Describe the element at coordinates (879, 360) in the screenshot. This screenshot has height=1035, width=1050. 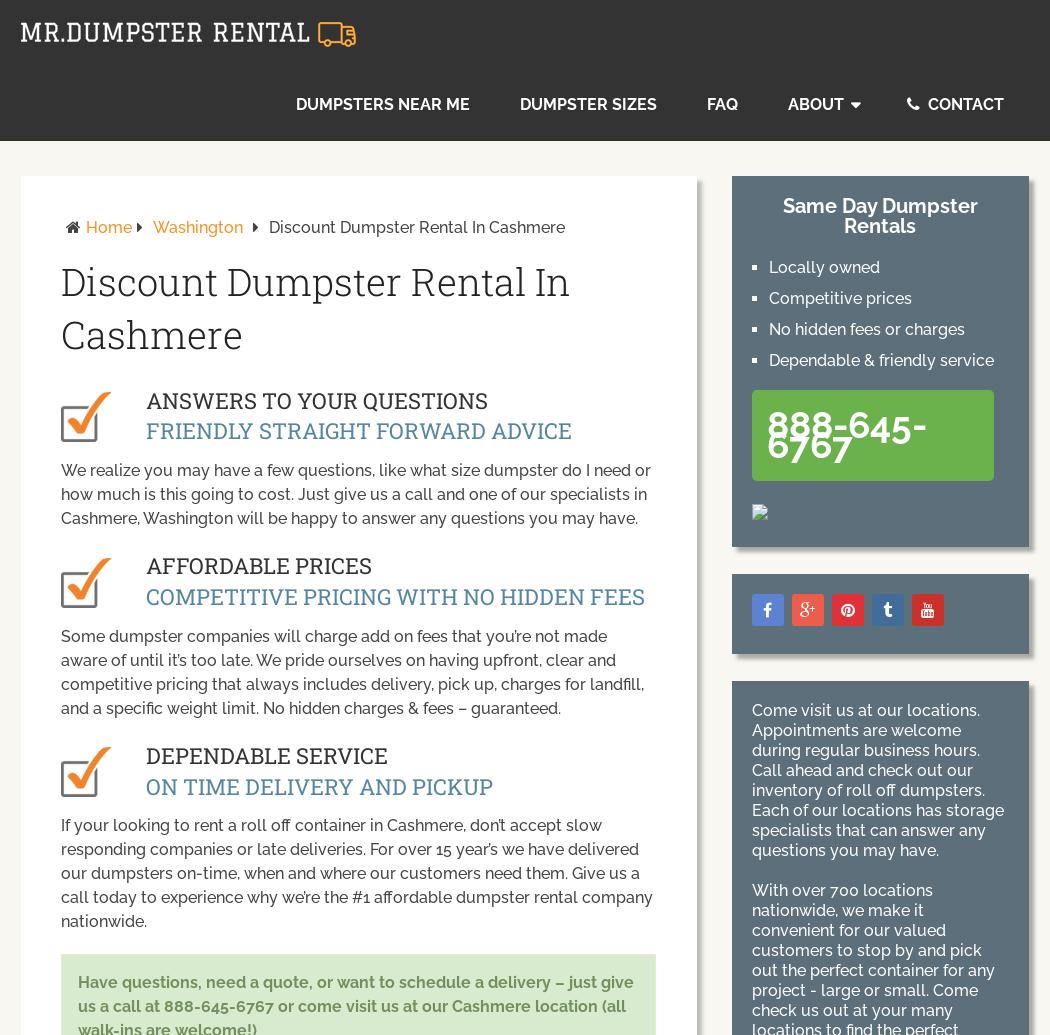
I see `'Dependable & friendly service'` at that location.